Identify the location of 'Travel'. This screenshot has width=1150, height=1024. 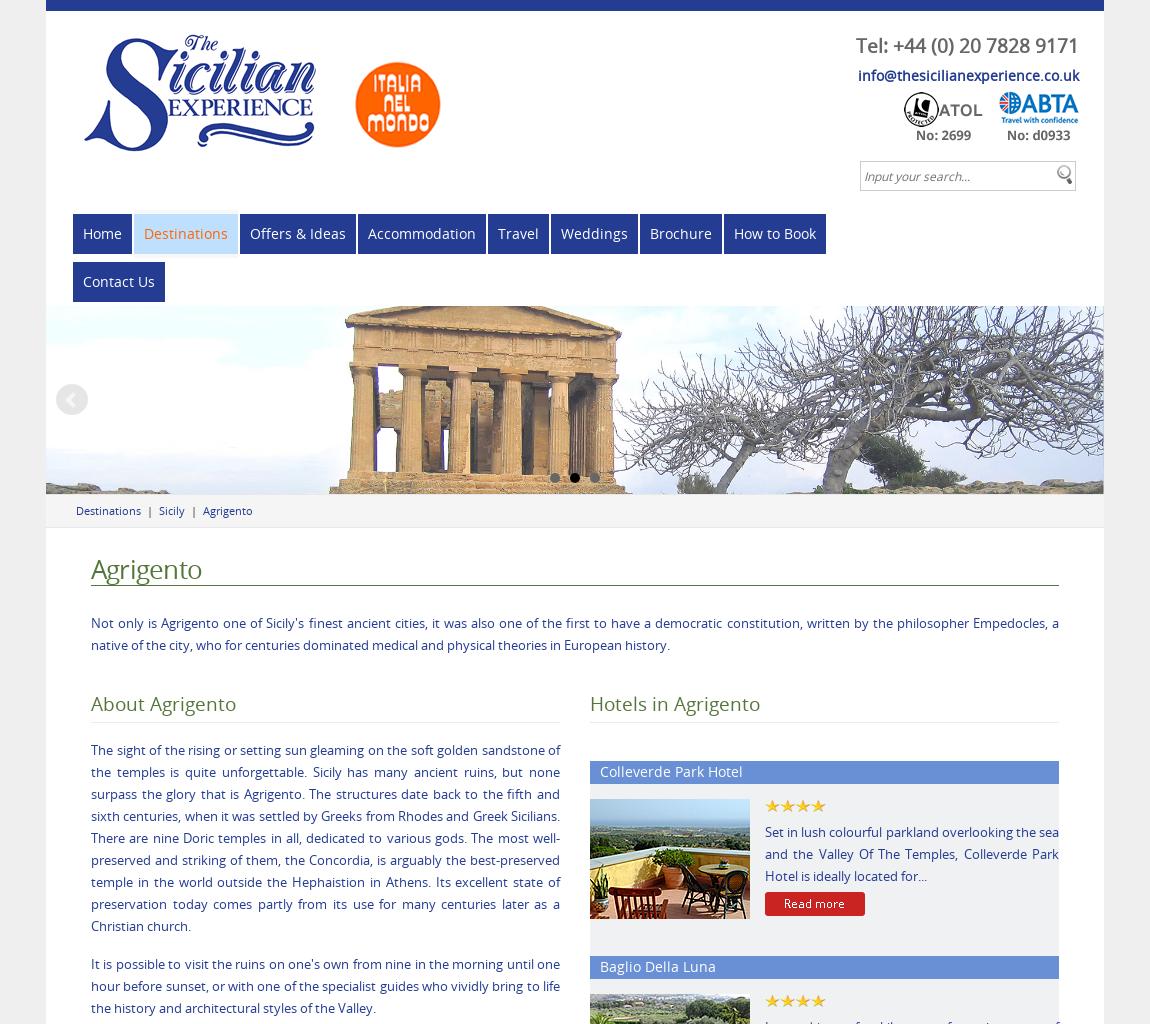
(518, 232).